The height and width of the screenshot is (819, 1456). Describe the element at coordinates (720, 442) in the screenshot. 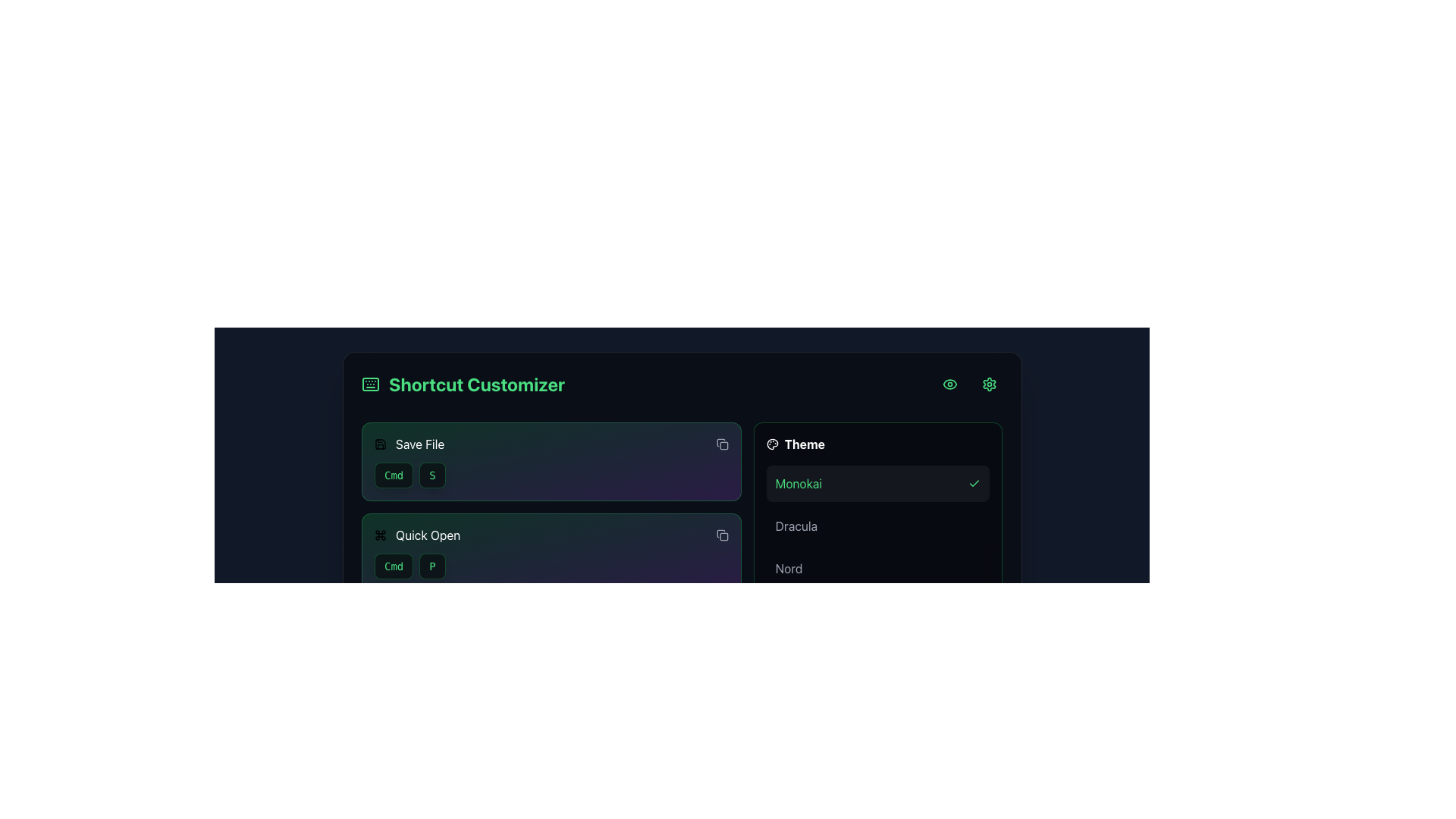

I see `the 'copy' icon element located in the top-right corner of the 'Save File' button in the Shortcut Customizer interface` at that location.